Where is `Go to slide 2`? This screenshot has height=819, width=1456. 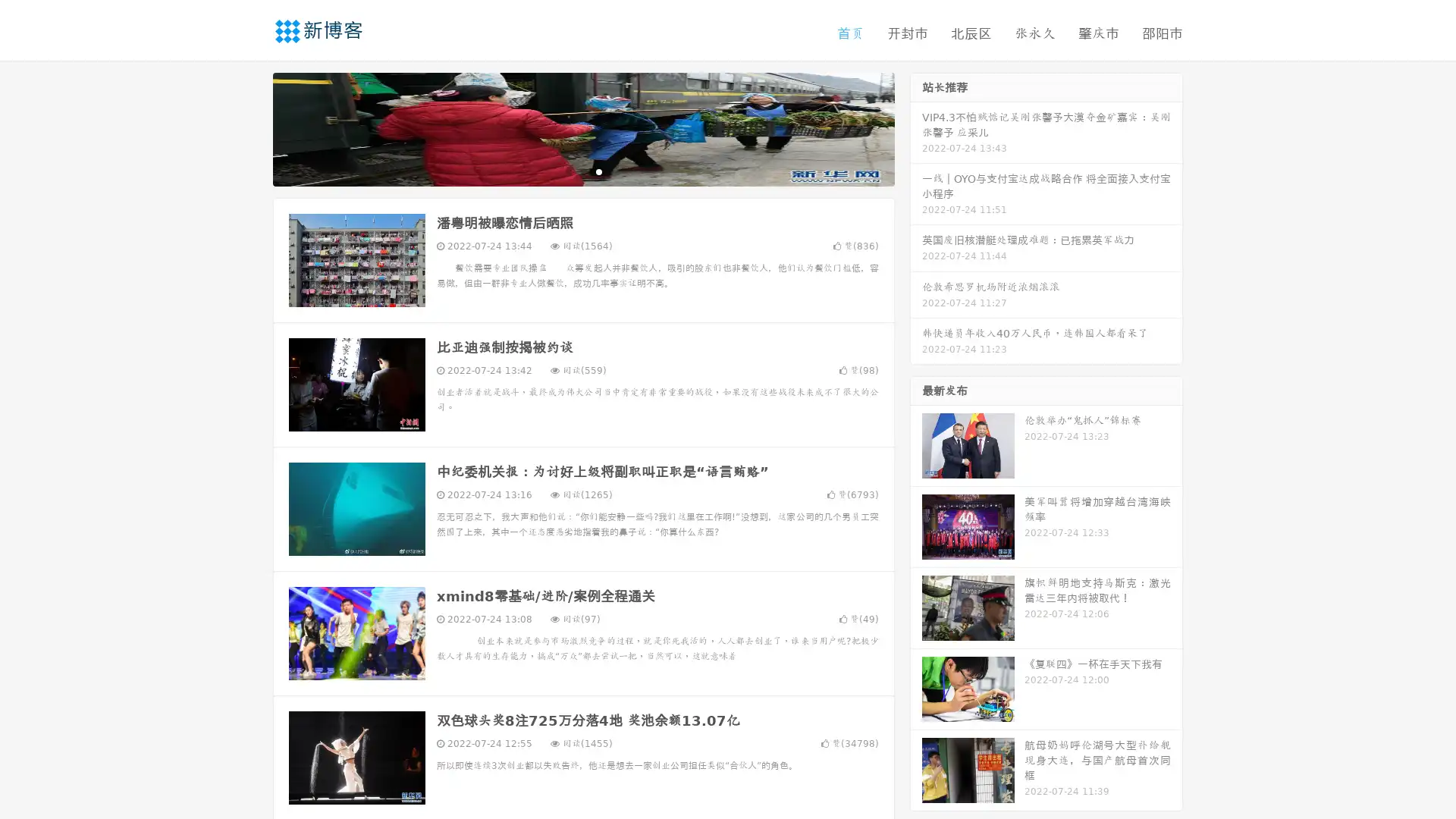 Go to slide 2 is located at coordinates (582, 171).